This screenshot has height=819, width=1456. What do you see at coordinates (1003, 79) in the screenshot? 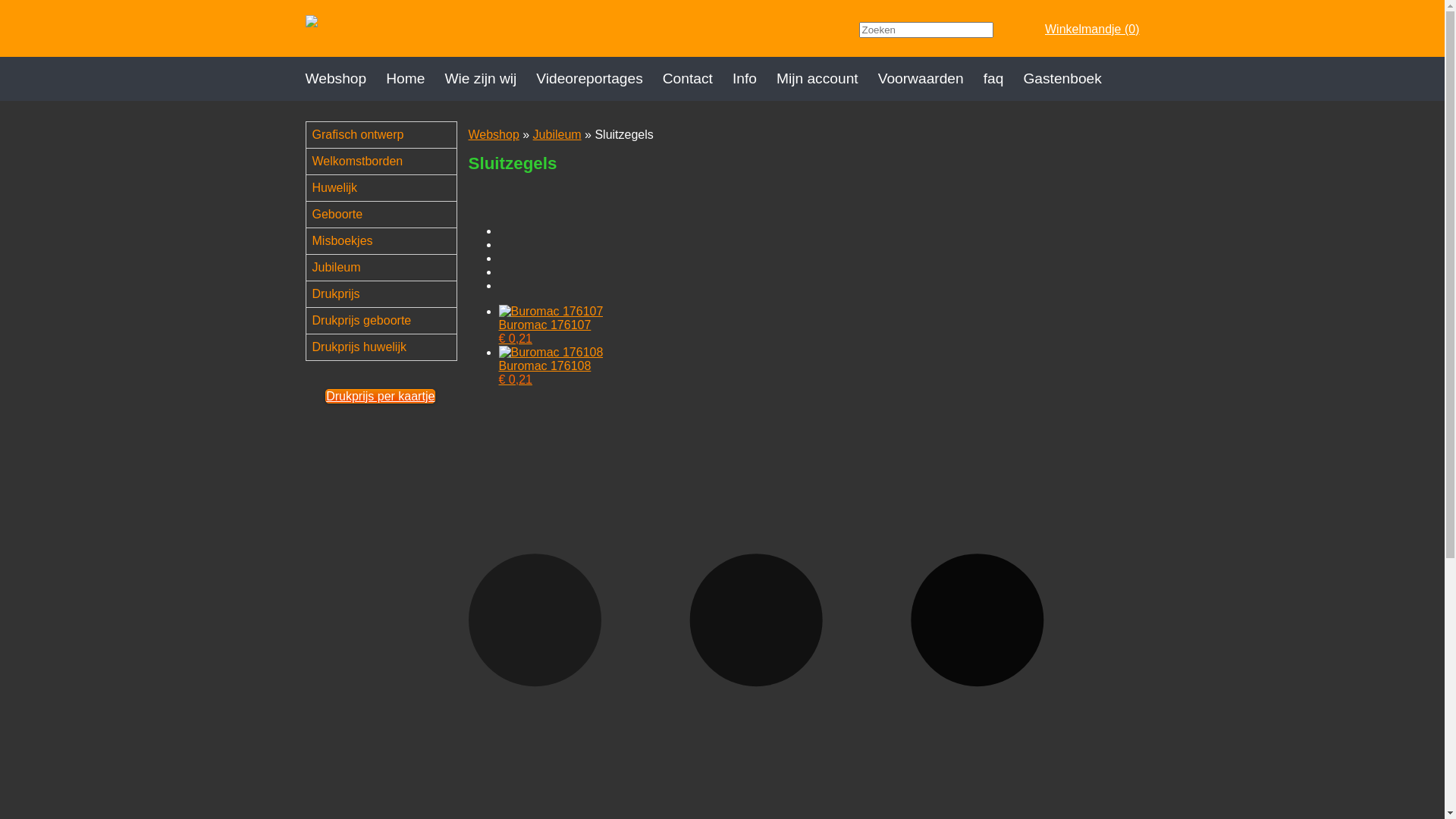
I see `'faq'` at bounding box center [1003, 79].